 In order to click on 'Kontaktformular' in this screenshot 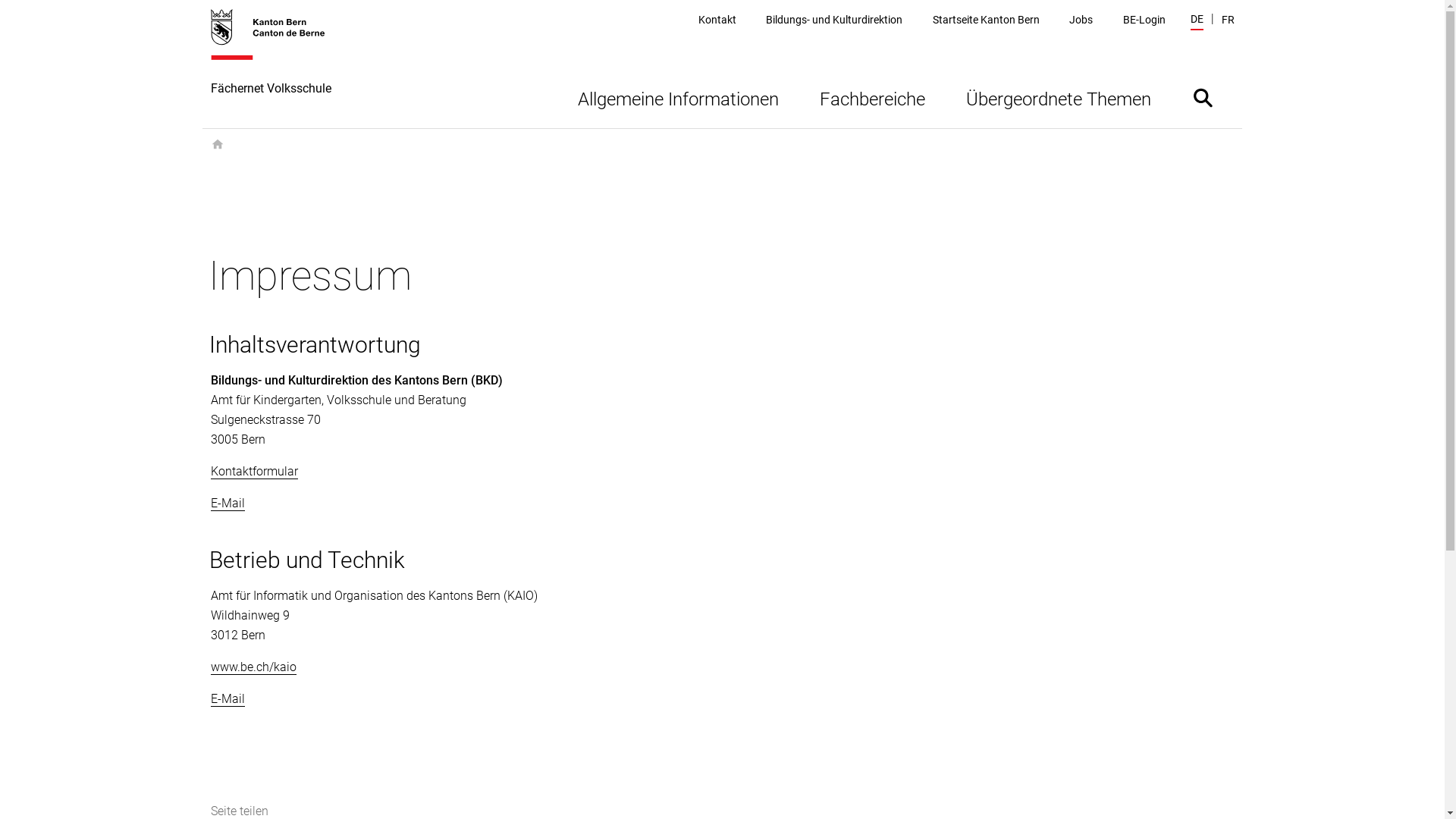, I will do `click(254, 470)`.